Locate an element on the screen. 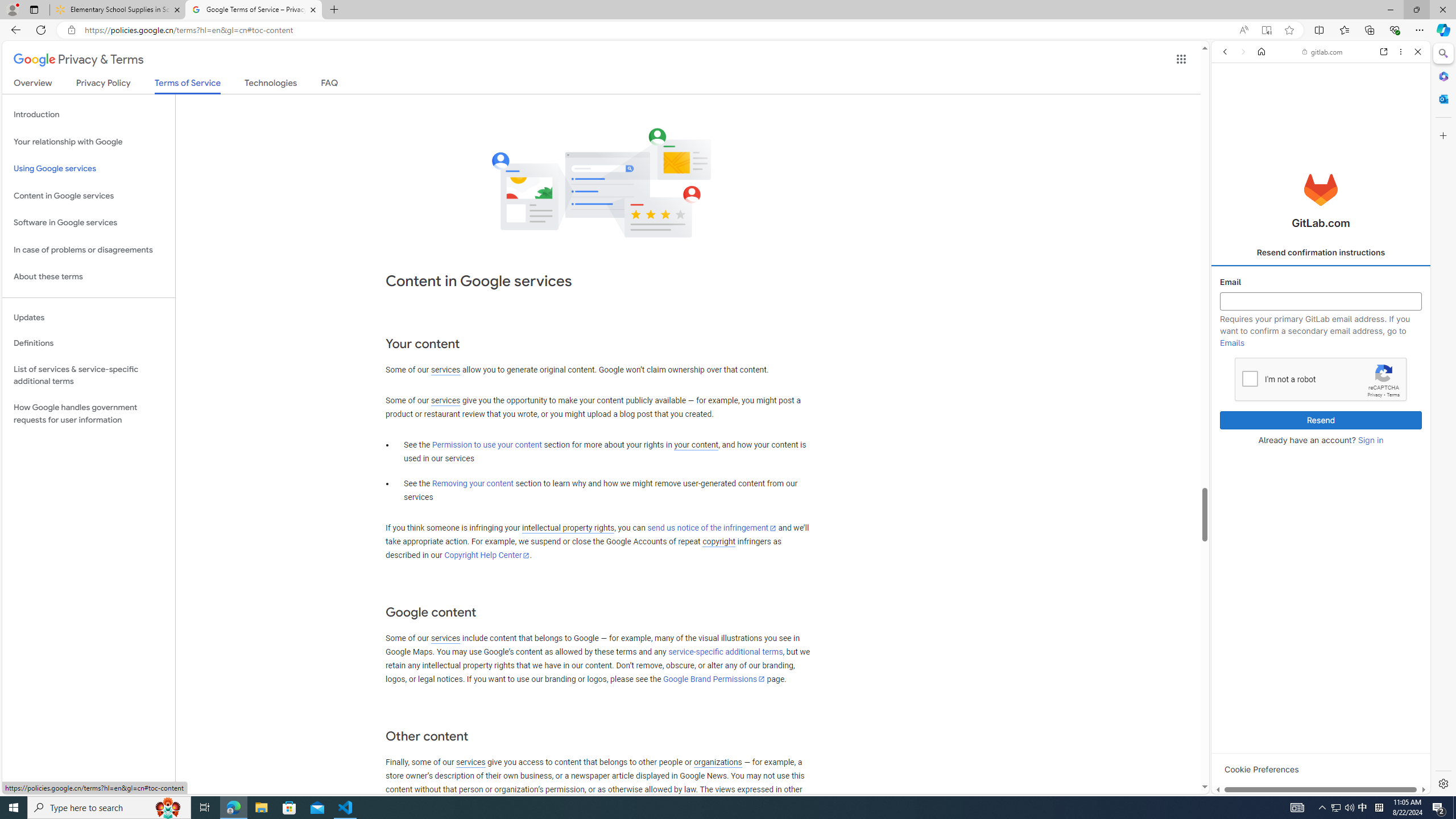 This screenshot has width=1456, height=819. 'ALL  ' is located at coordinates (1228, 130).